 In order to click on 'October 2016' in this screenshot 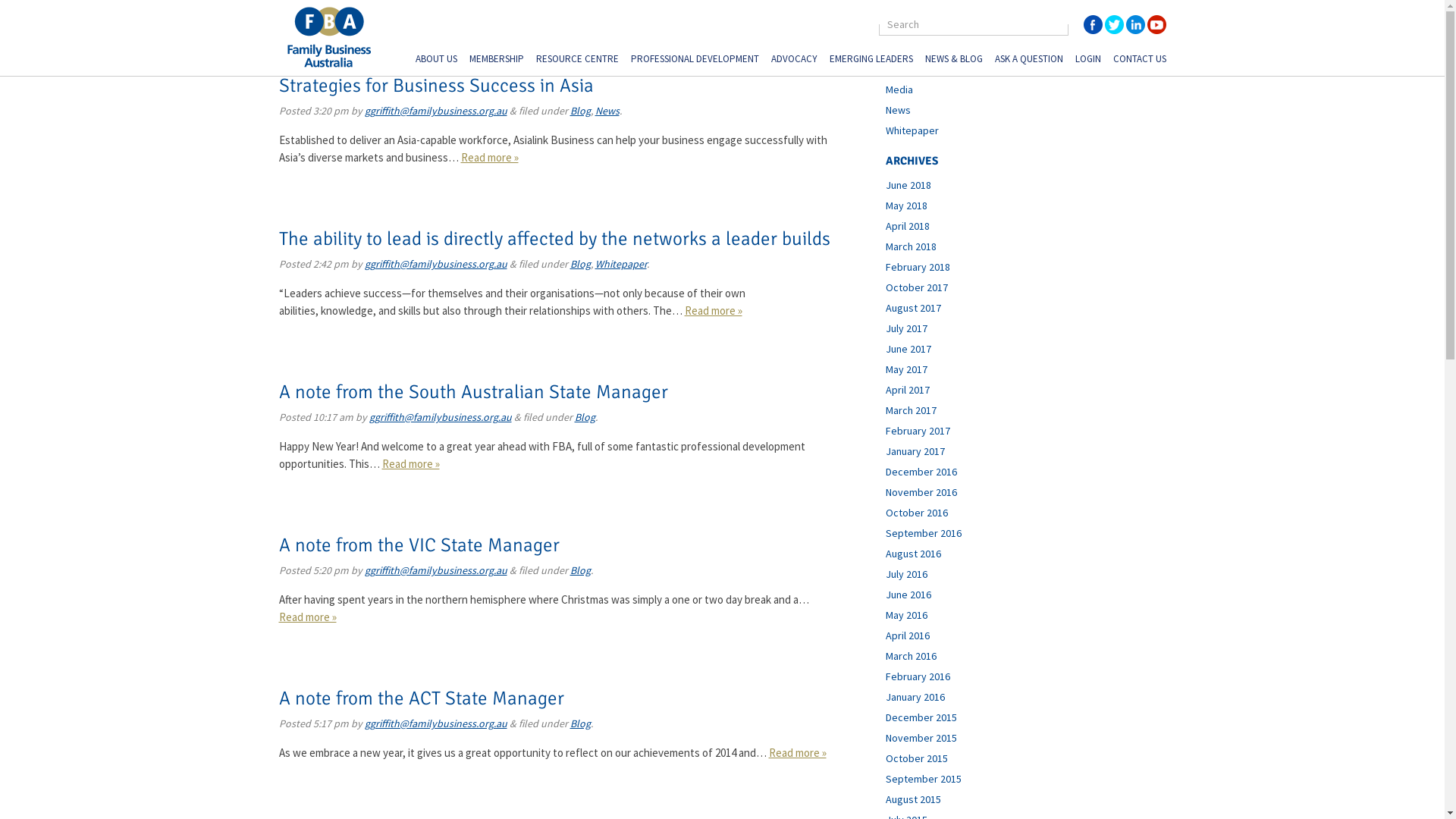, I will do `click(916, 512)`.